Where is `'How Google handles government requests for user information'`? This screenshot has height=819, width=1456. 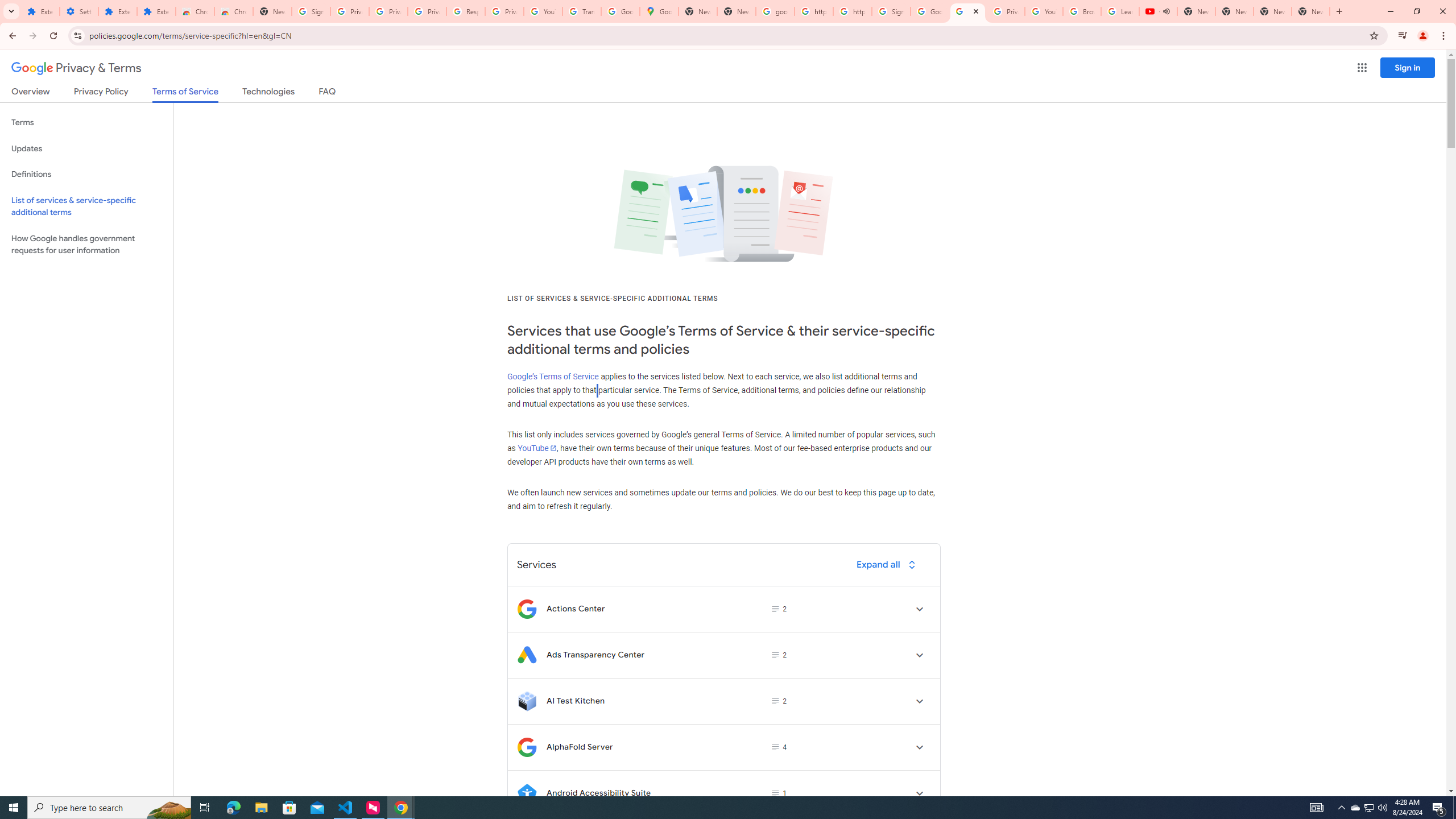 'How Google handles government requests for user information' is located at coordinates (86, 243).